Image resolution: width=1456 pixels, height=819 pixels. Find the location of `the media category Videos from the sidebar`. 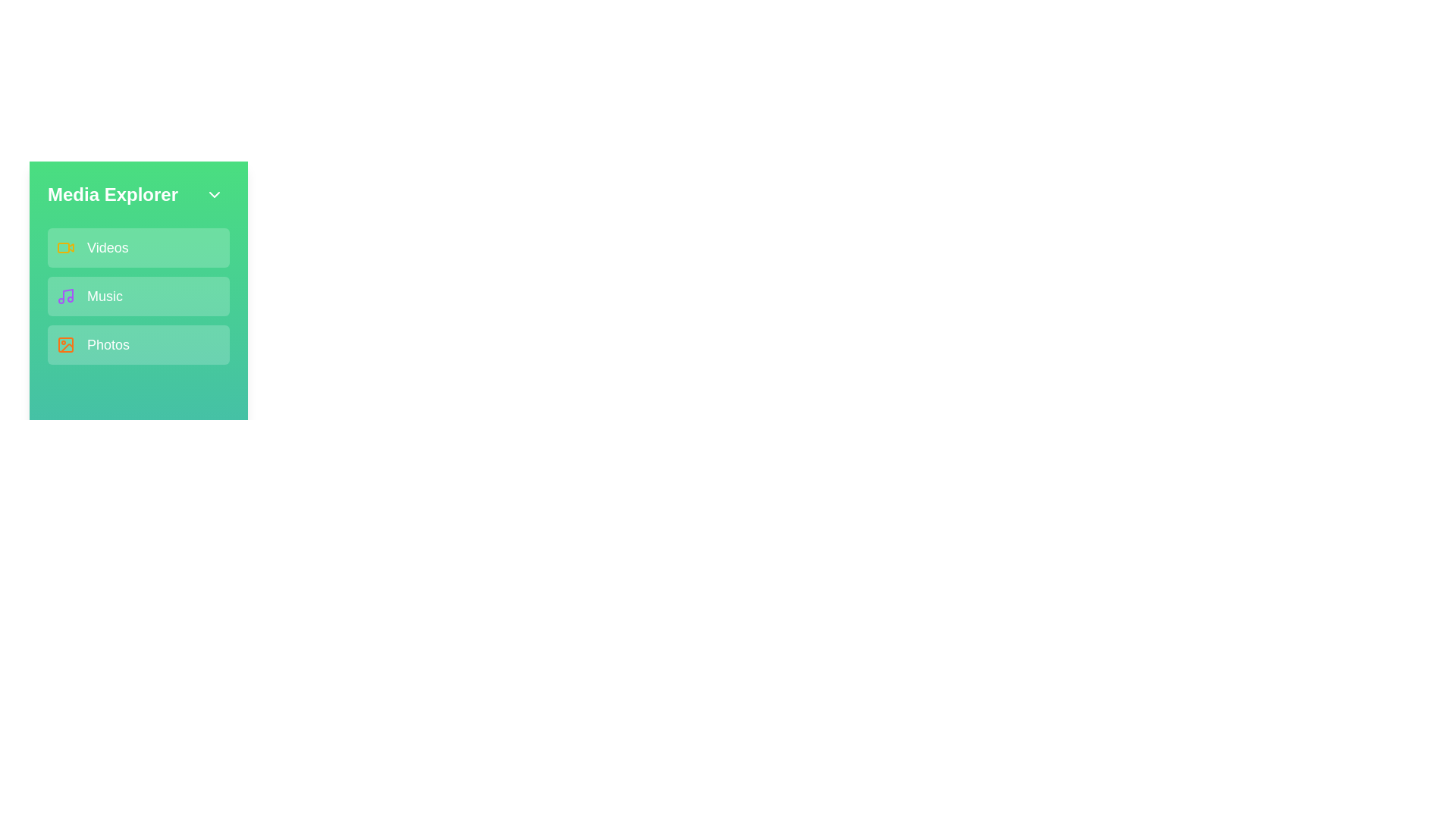

the media category Videos from the sidebar is located at coordinates (138, 247).